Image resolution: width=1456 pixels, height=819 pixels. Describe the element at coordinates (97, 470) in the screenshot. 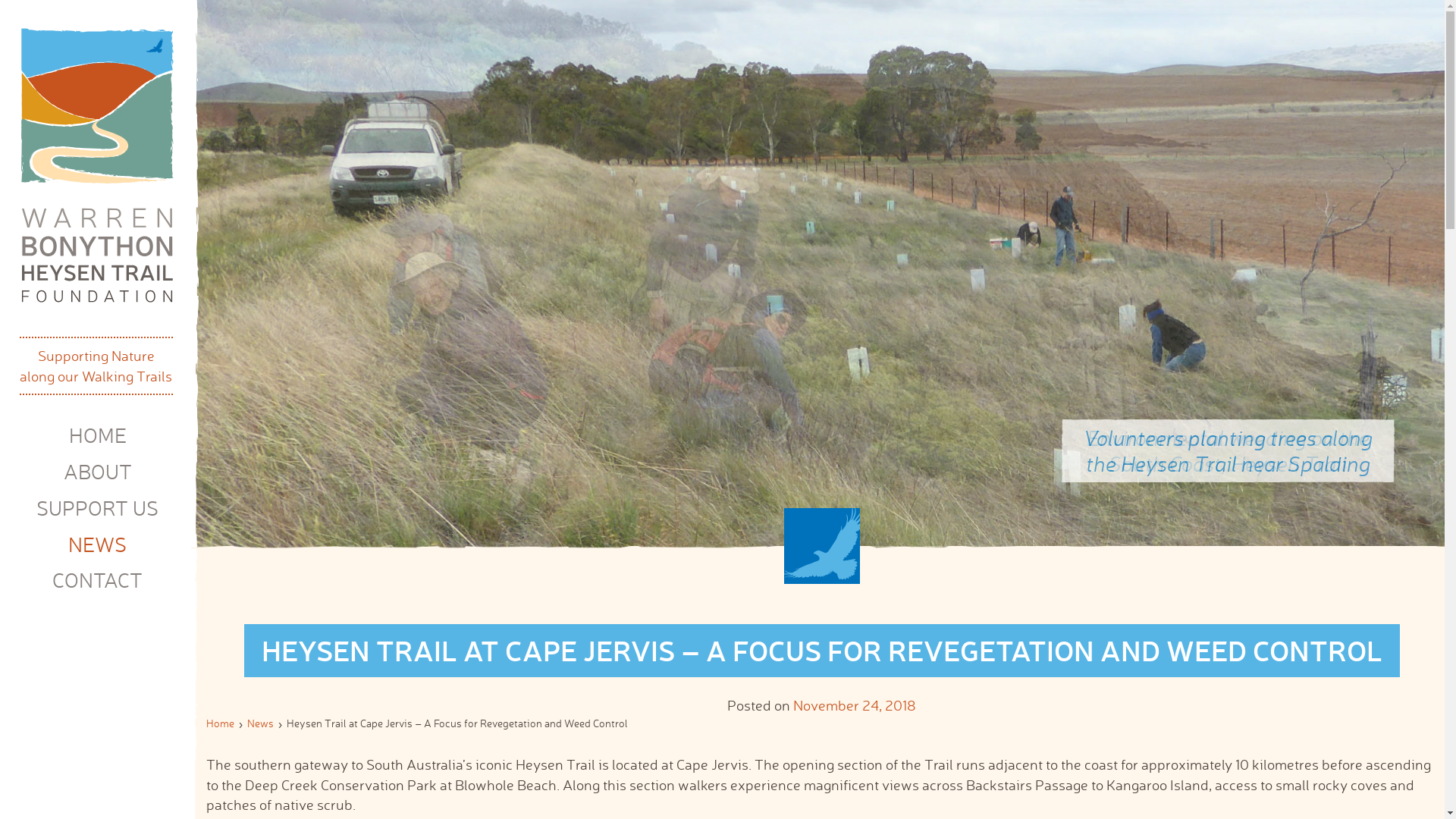

I see `'ABOUT'` at that location.